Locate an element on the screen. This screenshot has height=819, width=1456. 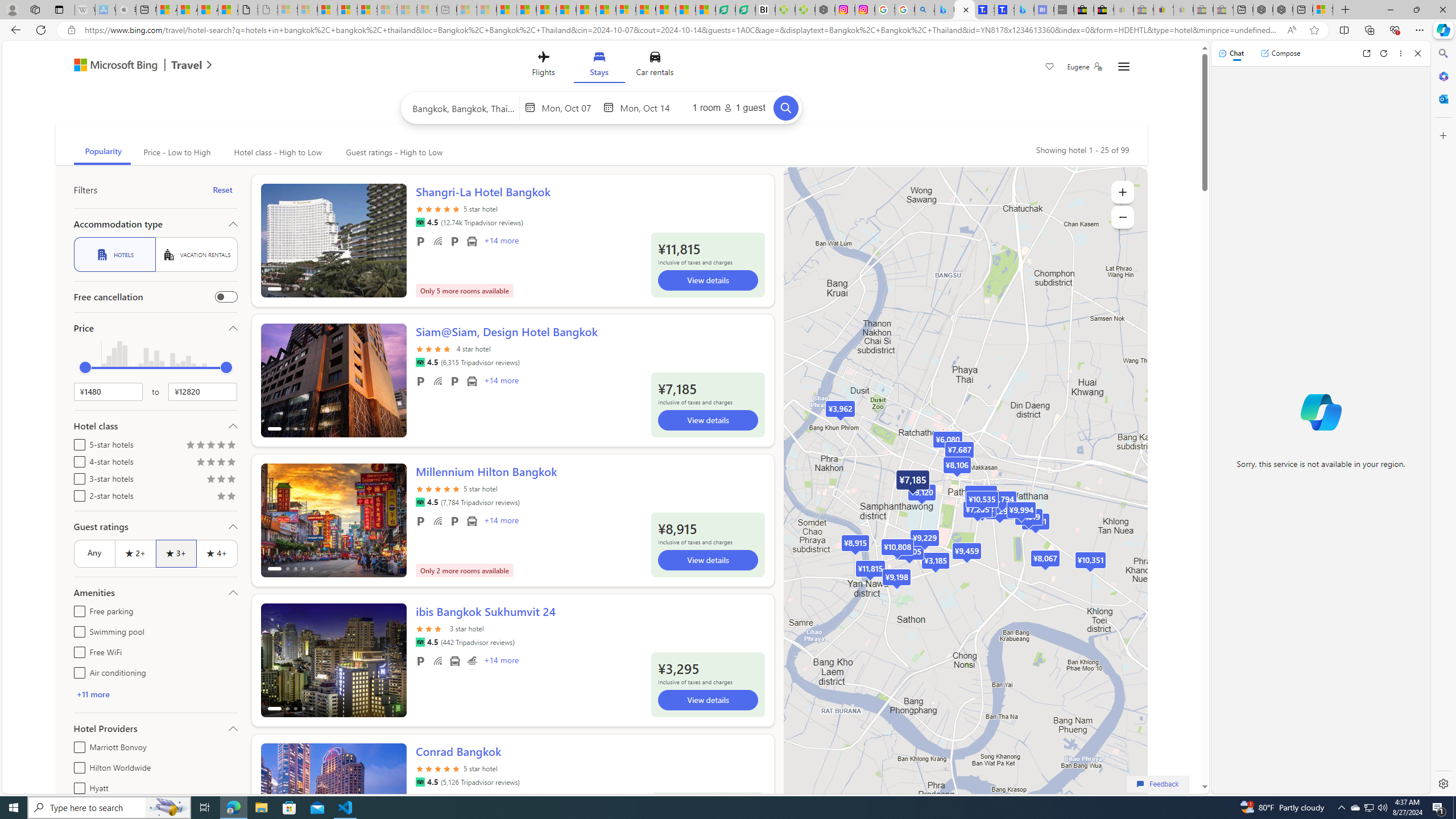
'Accommodation type' is located at coordinates (155, 223).